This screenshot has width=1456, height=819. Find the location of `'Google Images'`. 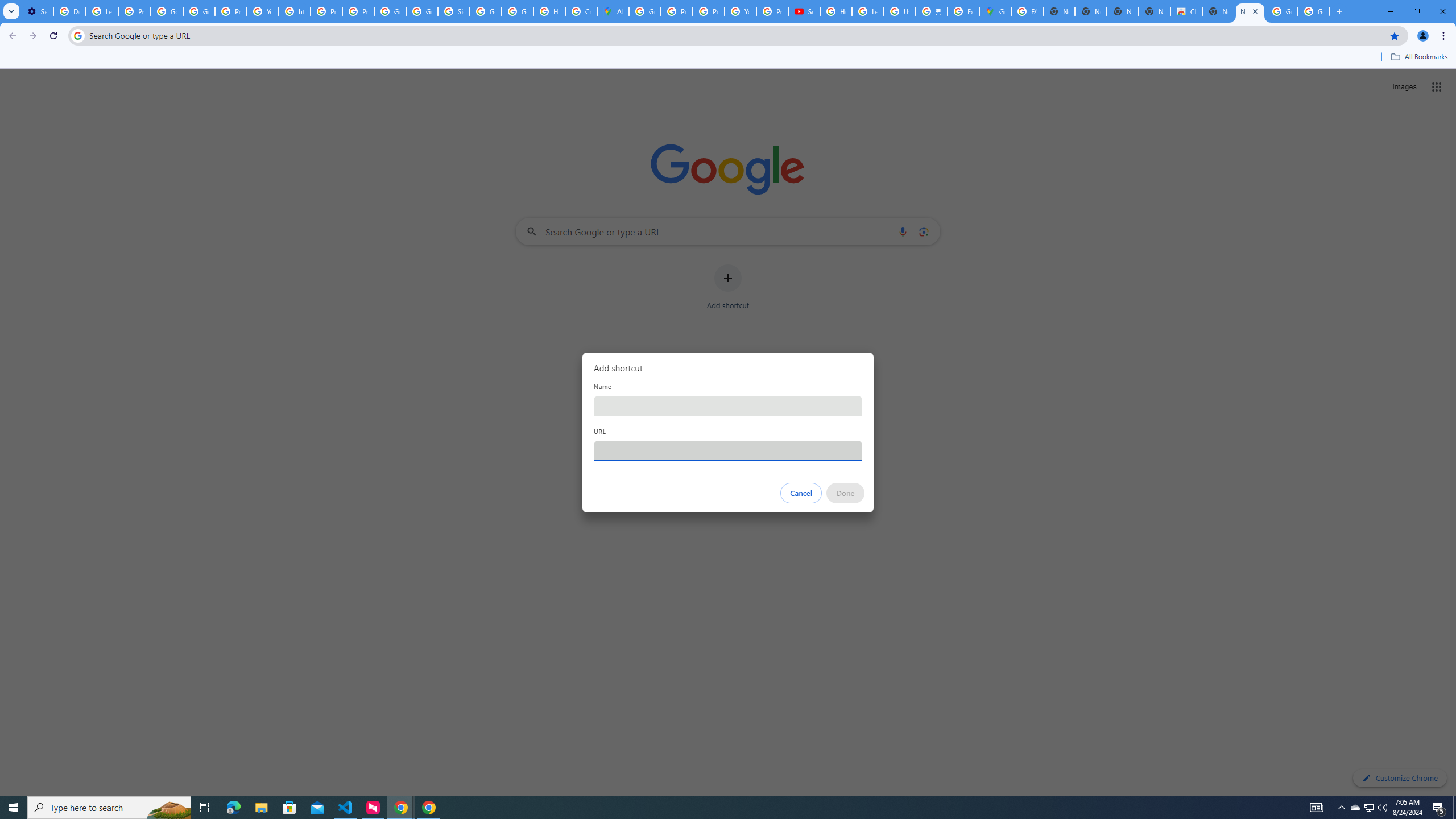

'Google Images' is located at coordinates (1314, 11).